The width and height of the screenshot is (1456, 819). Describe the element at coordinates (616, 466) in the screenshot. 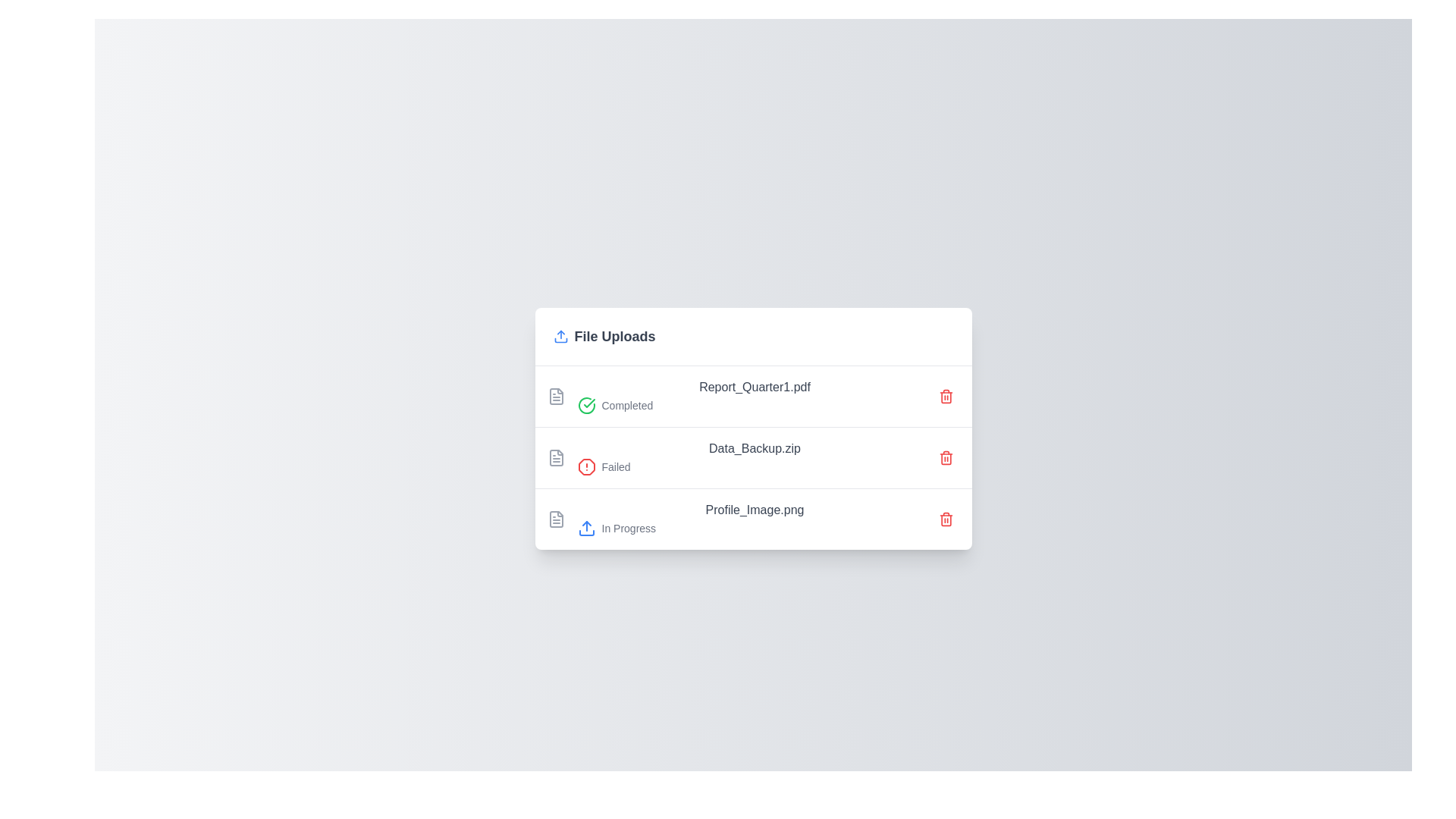

I see `the status indicator text label that conveys the 'Failed' state, located in the second row of the table, next to the filename 'Data_Backup.zip'` at that location.